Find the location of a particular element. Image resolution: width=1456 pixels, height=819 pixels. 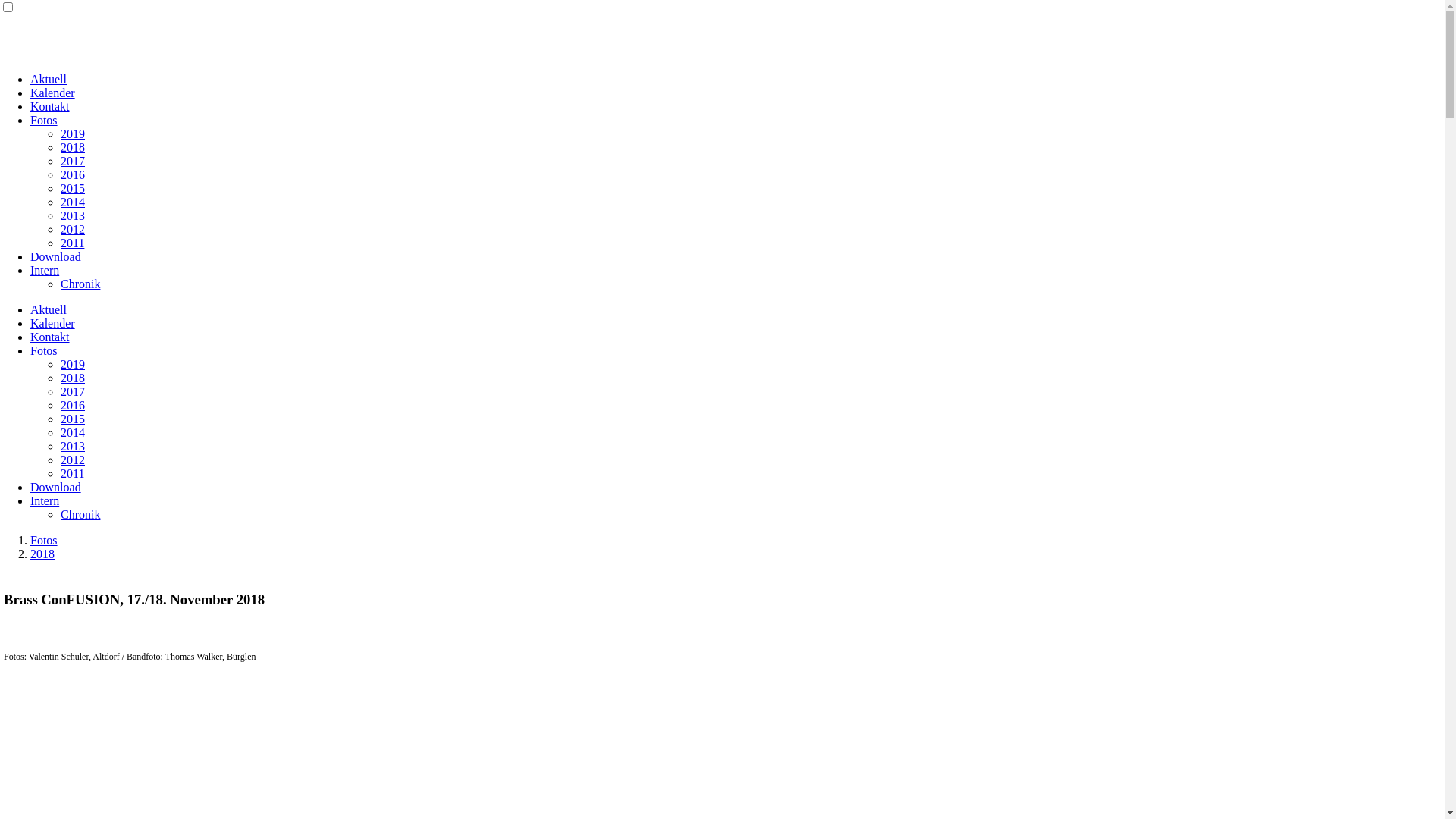

'Aktuell' is located at coordinates (48, 79).